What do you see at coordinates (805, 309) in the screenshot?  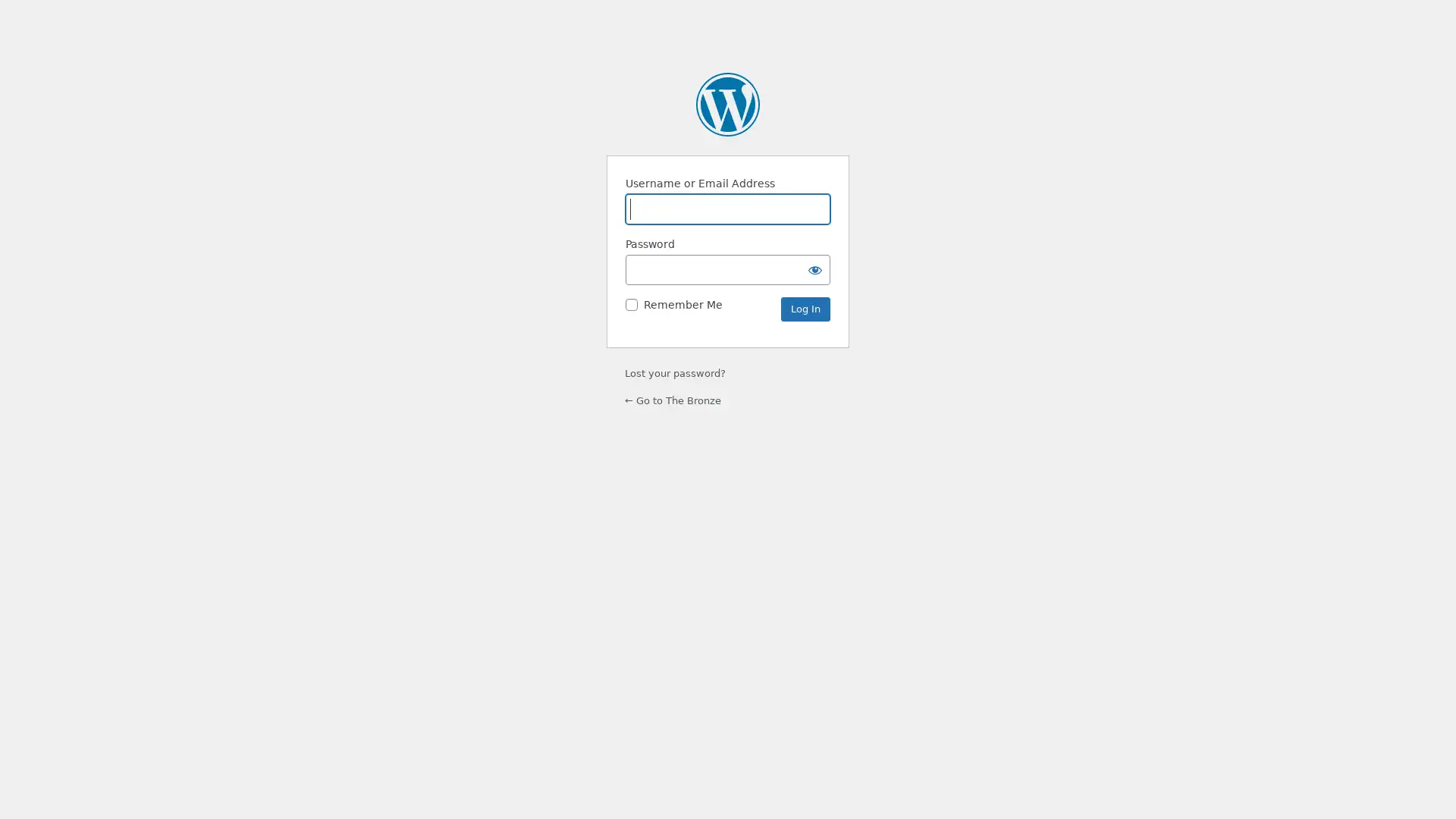 I see `Log In` at bounding box center [805, 309].